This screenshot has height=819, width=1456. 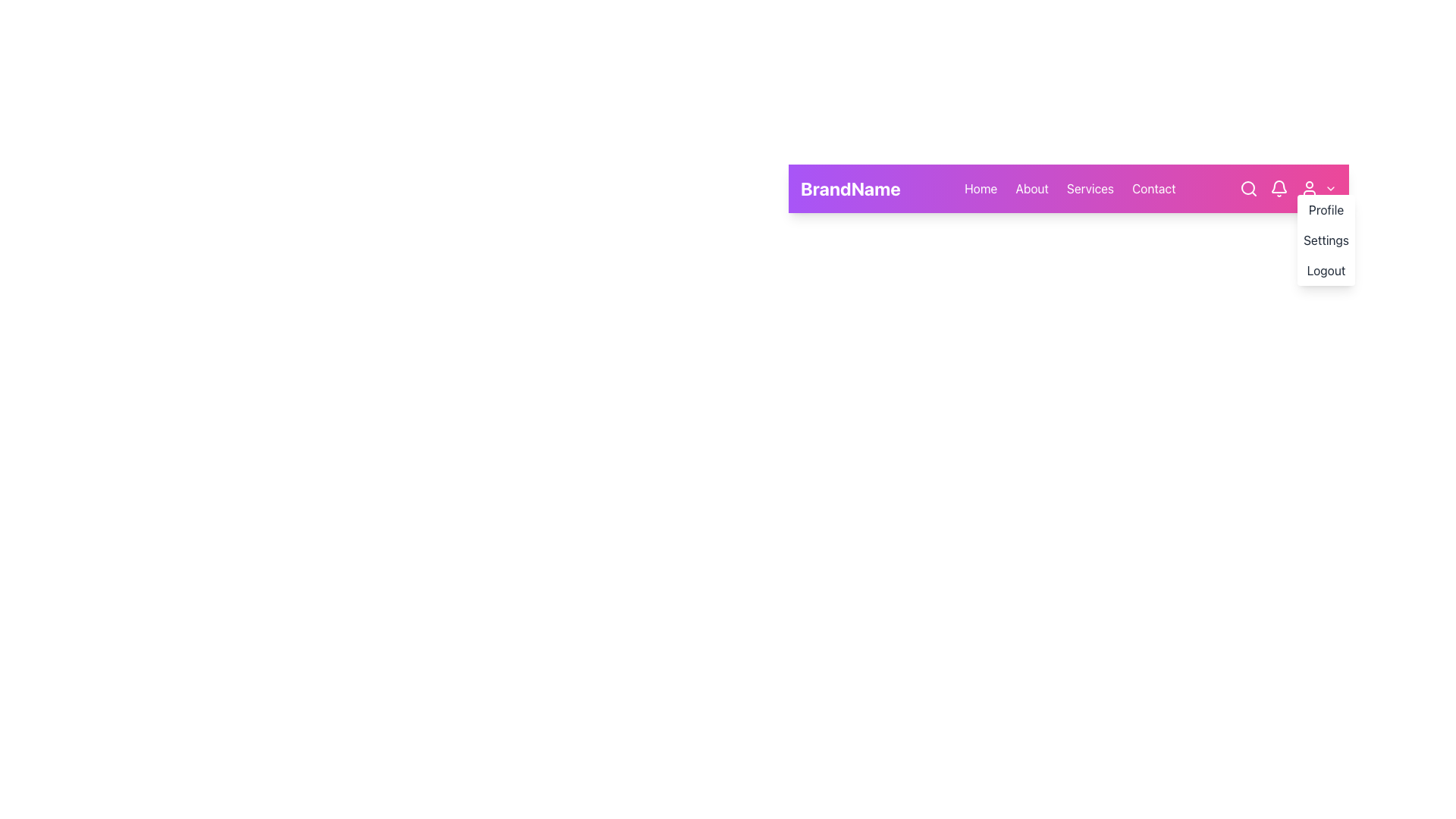 I want to click on the Navbar navigation links ('Home', 'About', 'Services', 'Contact'), so click(x=1069, y=188).